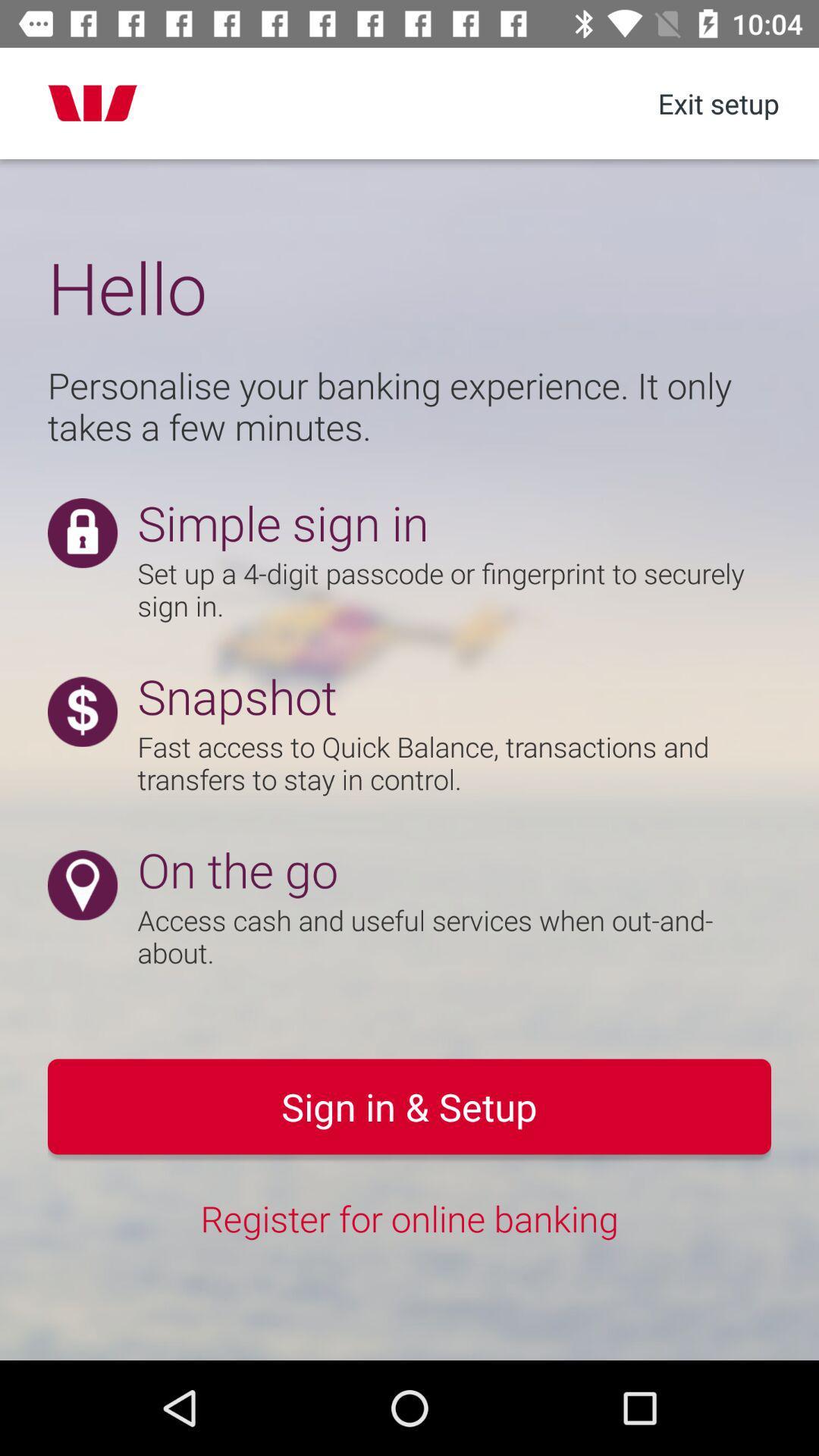  I want to click on red button at the bottom, so click(409, 1106).